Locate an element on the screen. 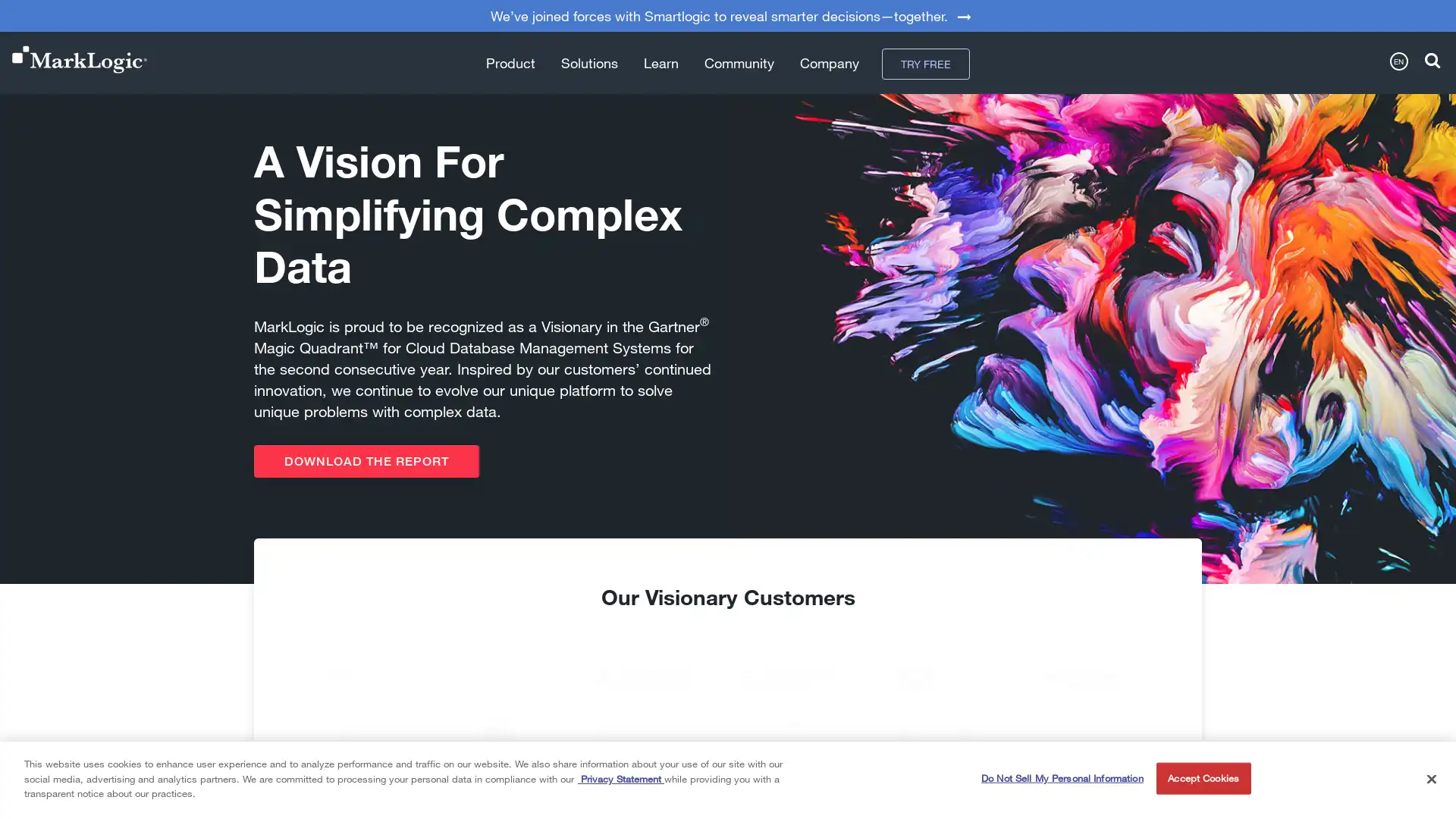  Accept Cookies is located at coordinates (1202, 778).